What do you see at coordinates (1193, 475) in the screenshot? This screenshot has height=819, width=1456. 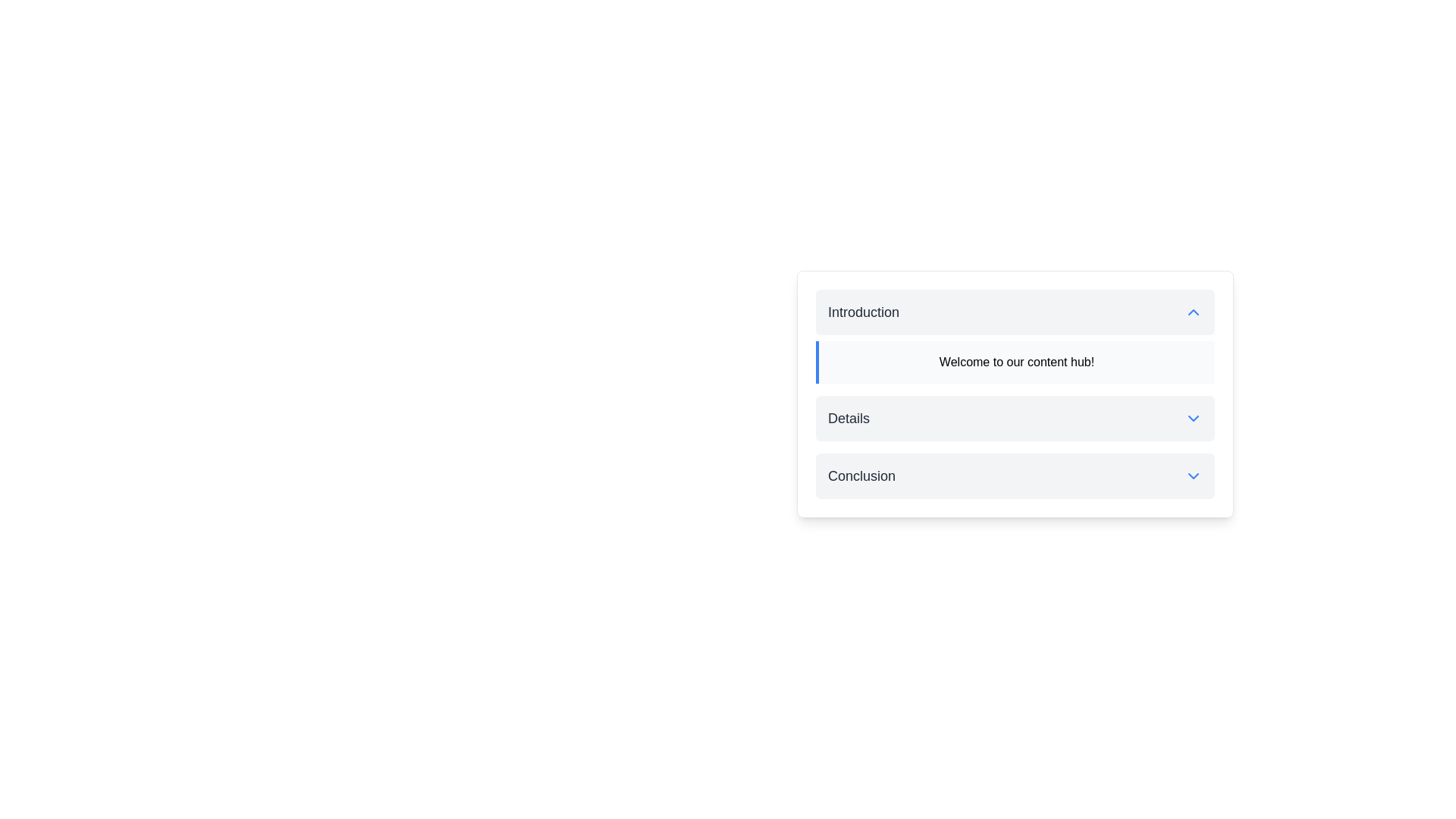 I see `the blue chevron-down icon located to the far-right of the 'Conclusion' section` at bounding box center [1193, 475].